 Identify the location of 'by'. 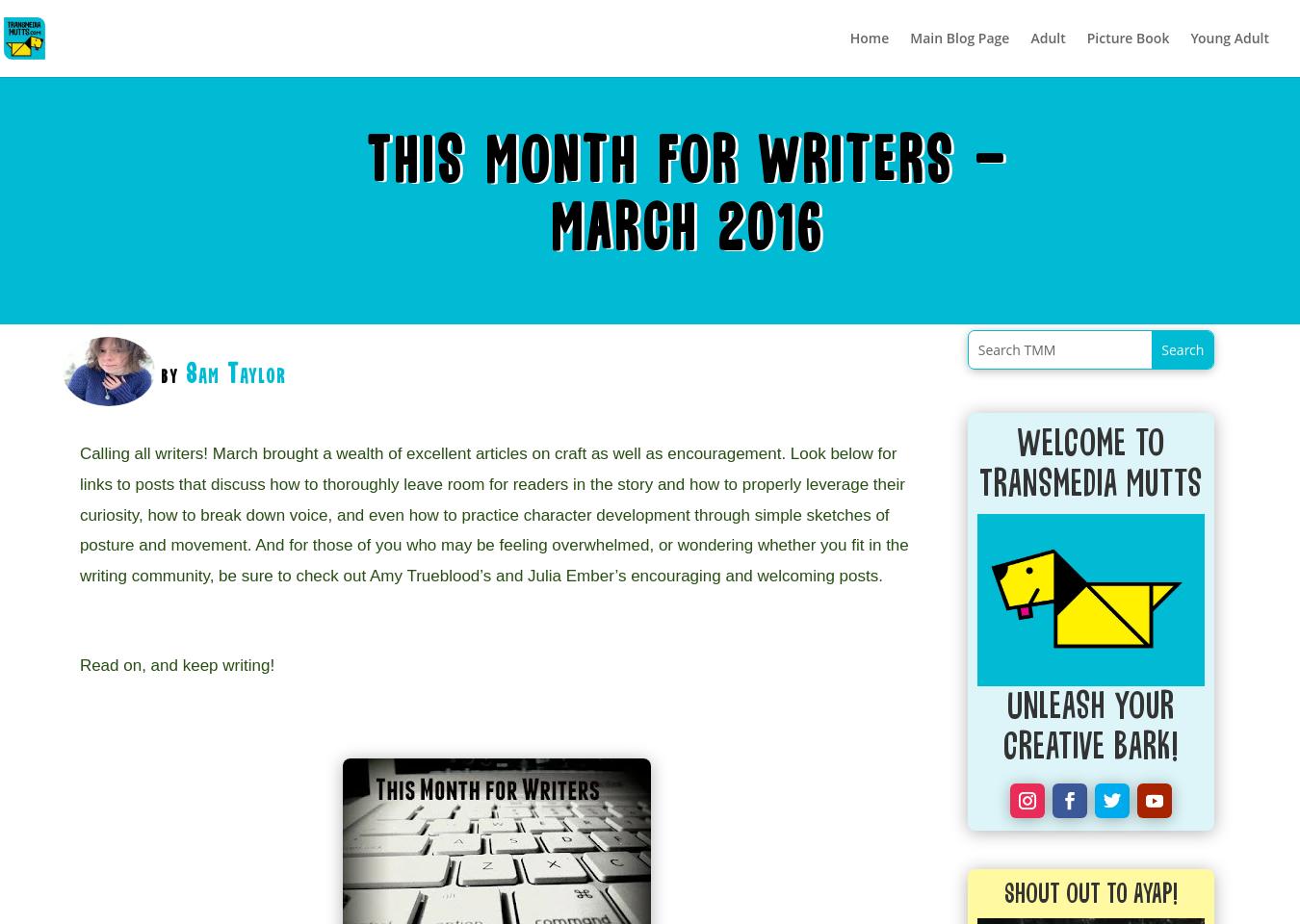
(172, 372).